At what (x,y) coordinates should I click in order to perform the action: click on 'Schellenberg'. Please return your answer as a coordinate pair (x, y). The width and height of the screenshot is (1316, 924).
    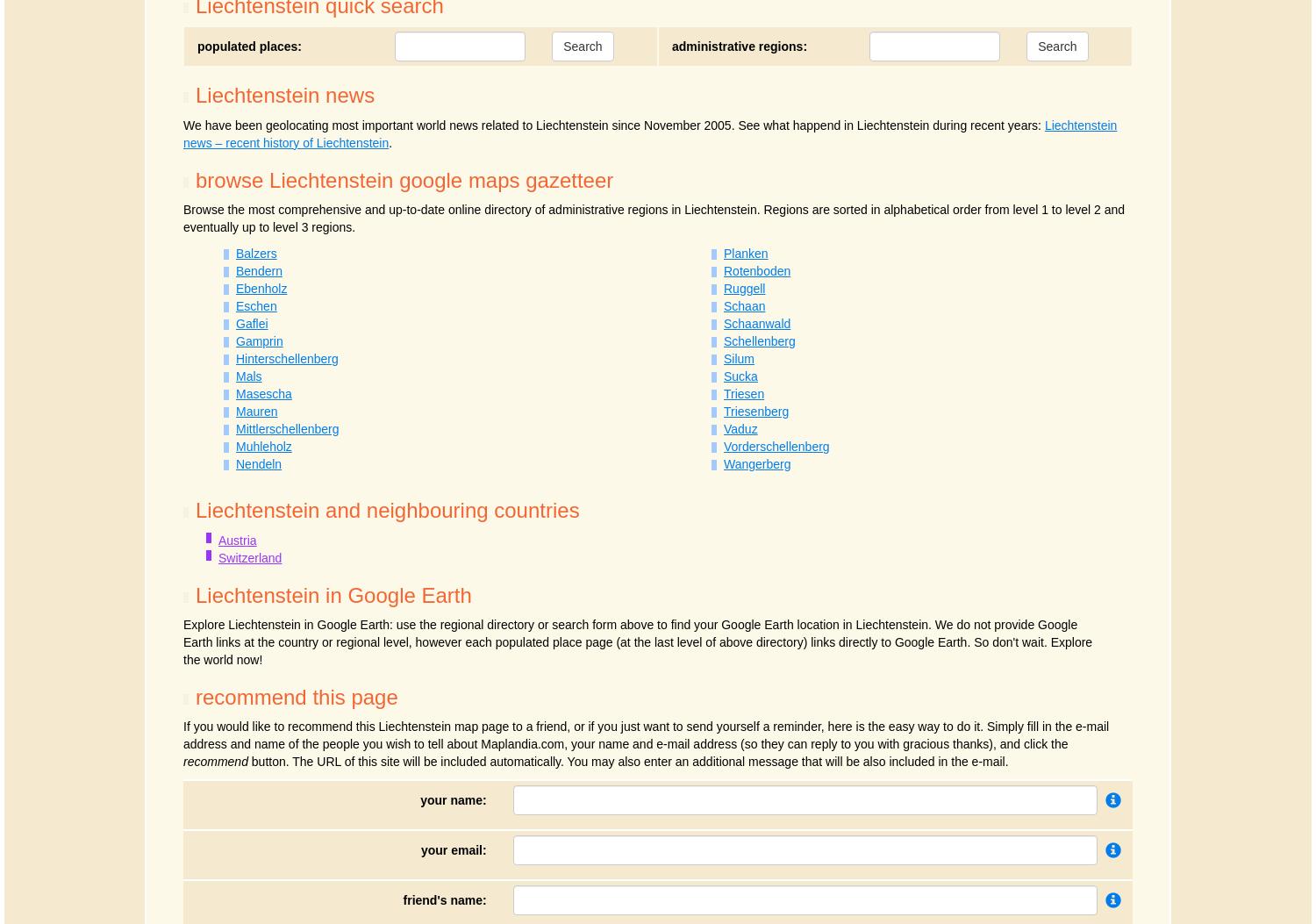
    Looking at the image, I should click on (758, 340).